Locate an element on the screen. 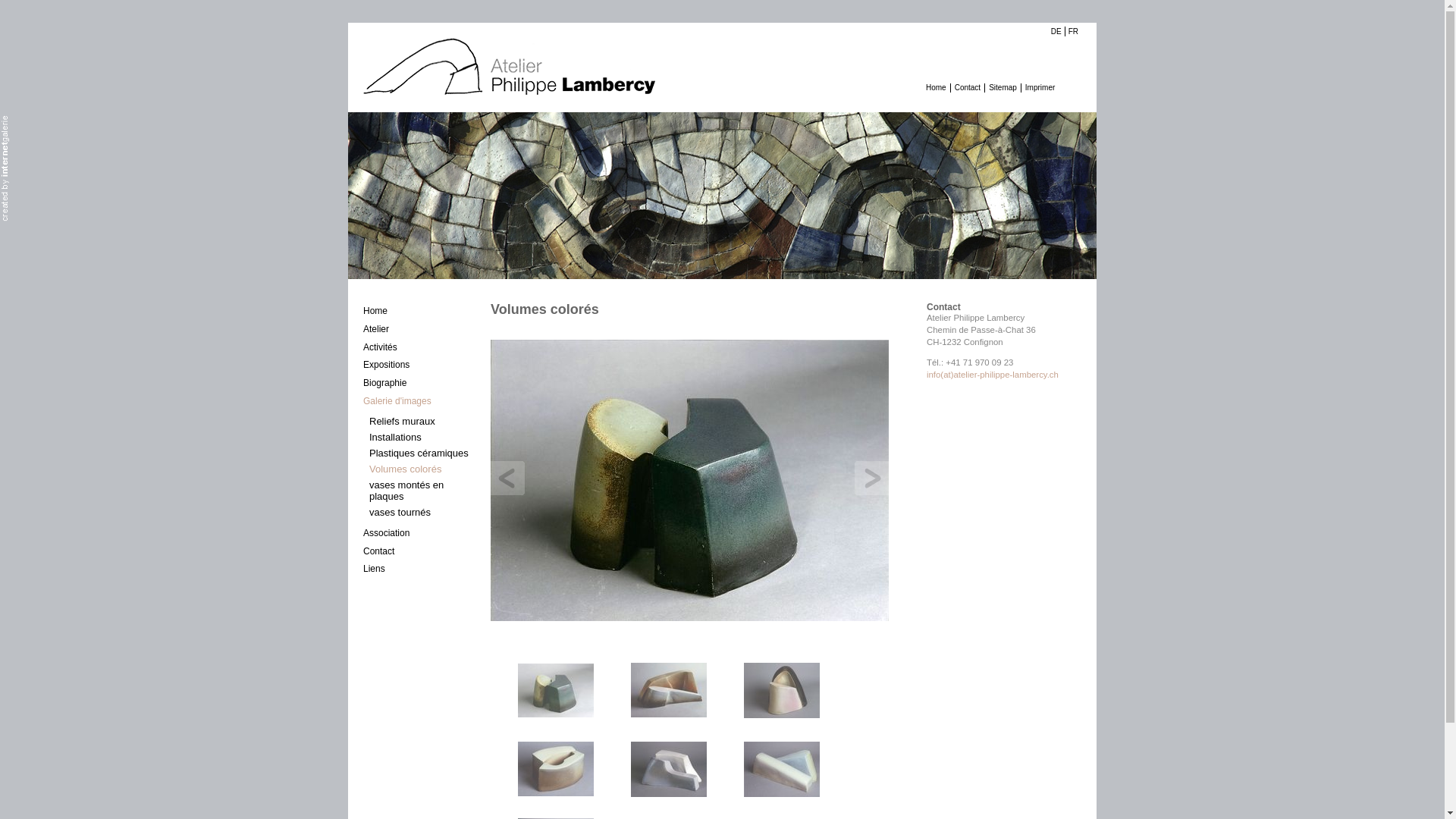 The height and width of the screenshot is (819, 1456). 'Atelier Philippe Lambercy' is located at coordinates (509, 69).